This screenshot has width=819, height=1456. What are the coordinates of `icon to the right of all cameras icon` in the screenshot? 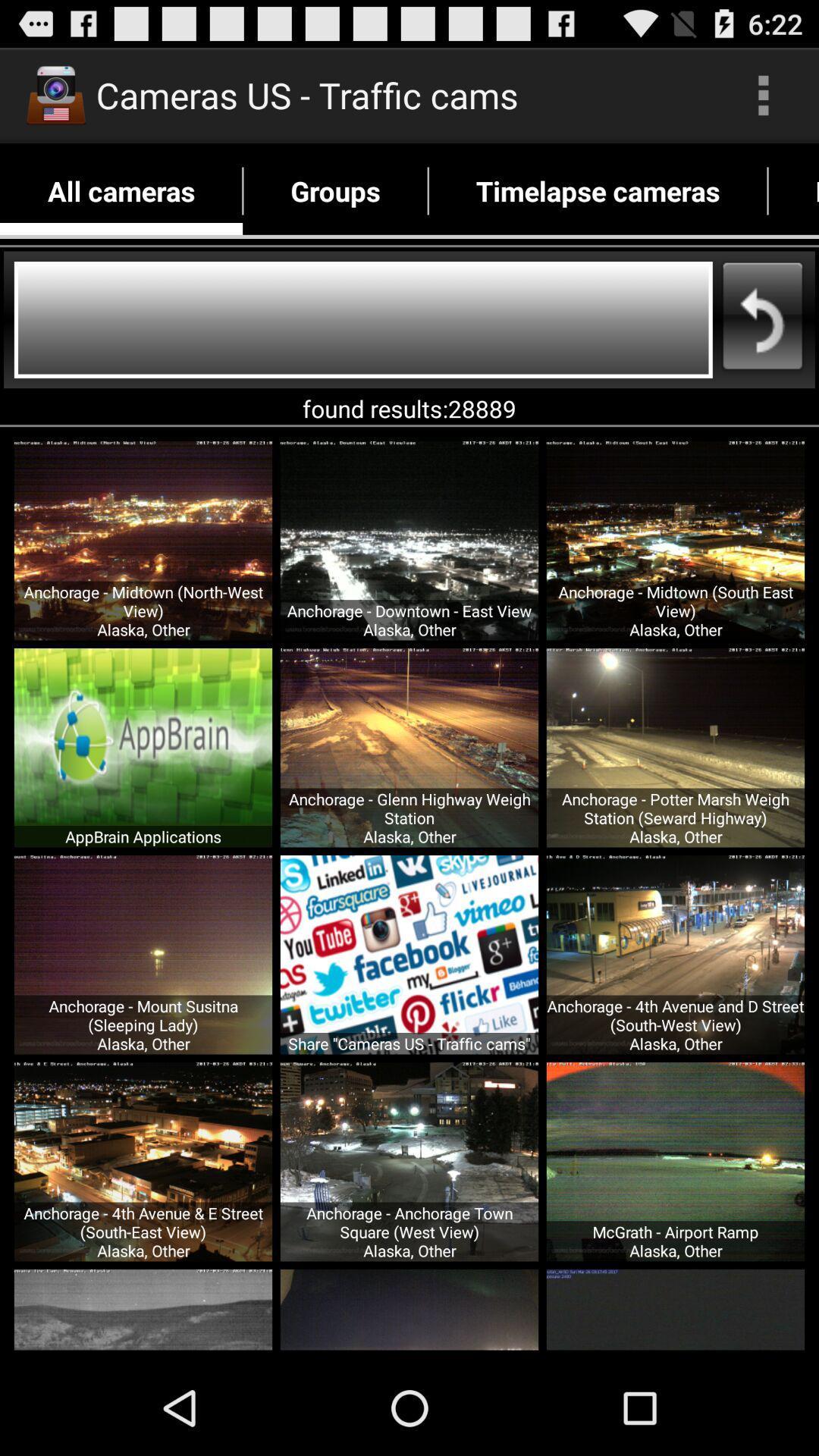 It's located at (334, 190).